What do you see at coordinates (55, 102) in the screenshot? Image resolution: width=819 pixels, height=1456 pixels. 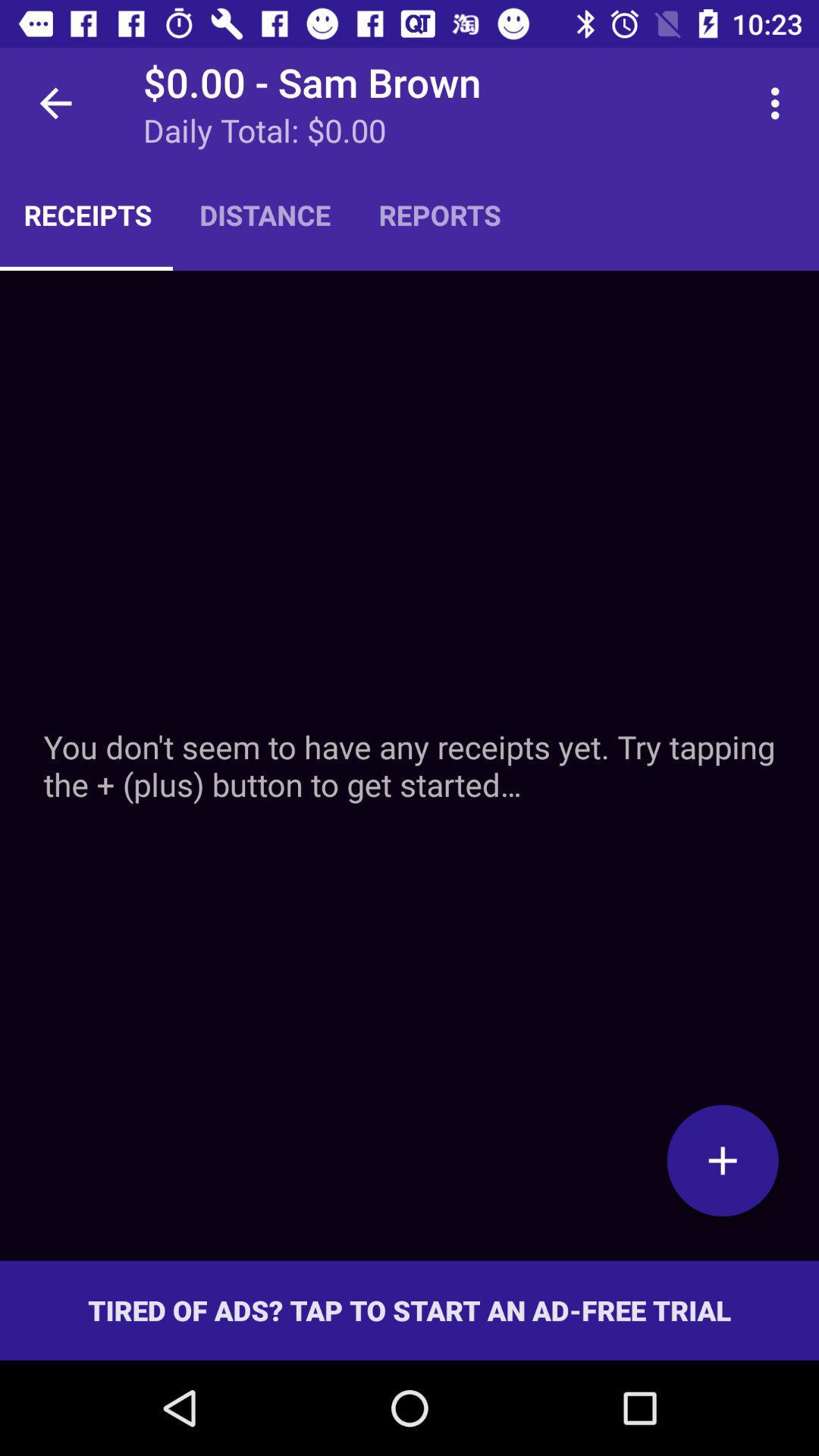 I see `icon next to the 0 00 sam` at bounding box center [55, 102].